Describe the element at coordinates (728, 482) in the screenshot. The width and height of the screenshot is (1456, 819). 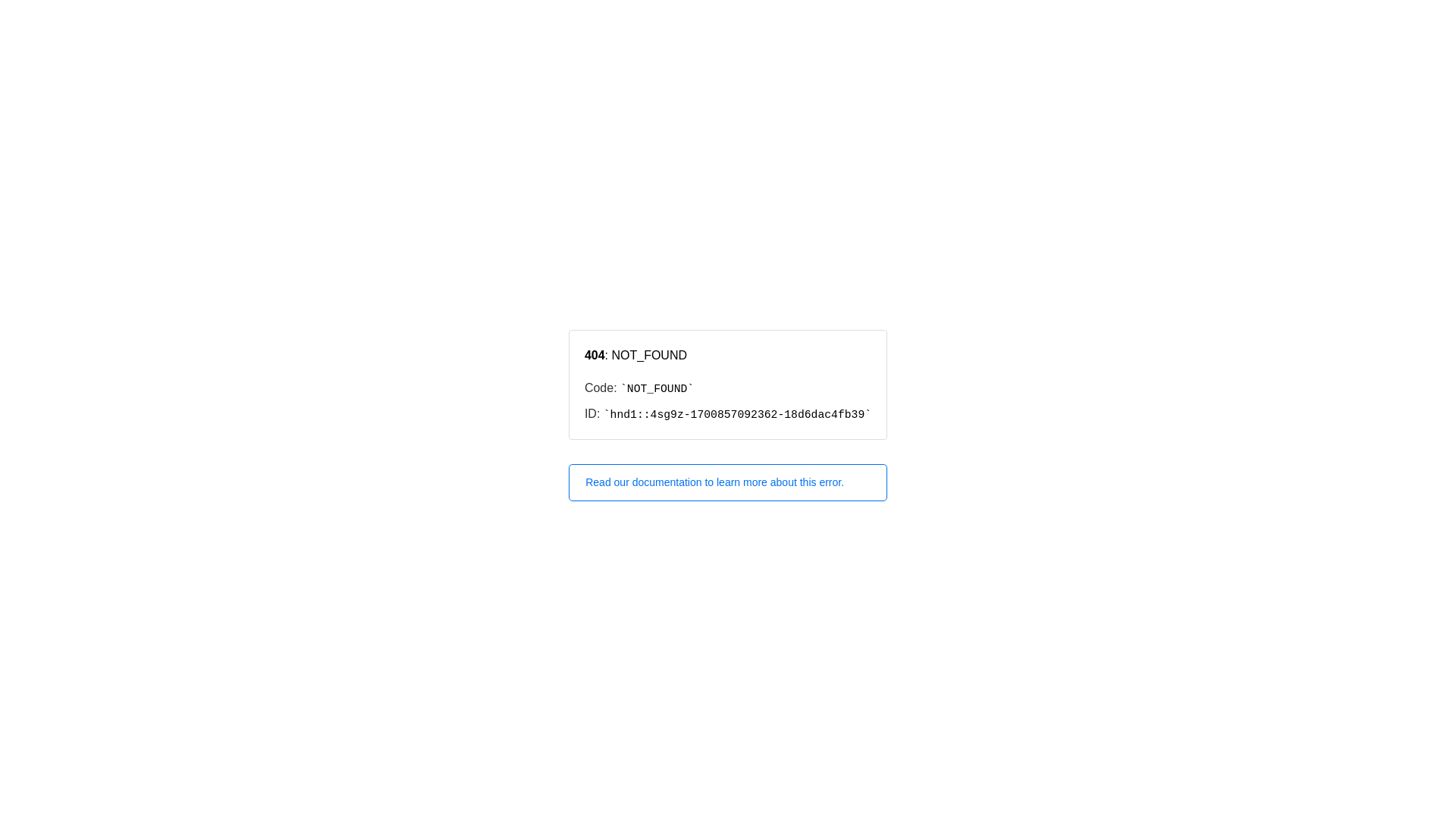
I see `'Read our documentation to learn more about this error.'` at that location.